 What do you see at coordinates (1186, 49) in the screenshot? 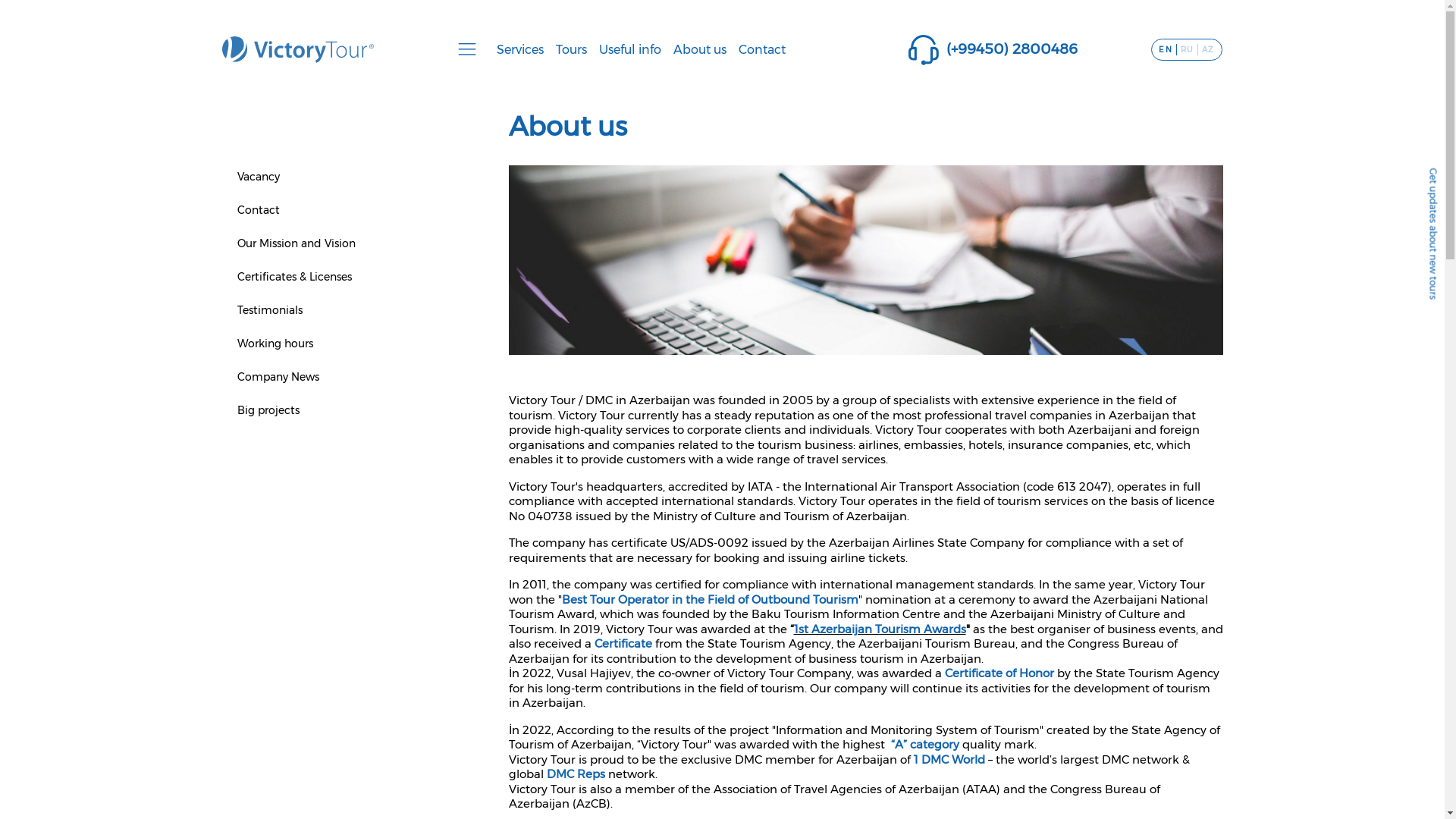
I see `'RU'` at bounding box center [1186, 49].